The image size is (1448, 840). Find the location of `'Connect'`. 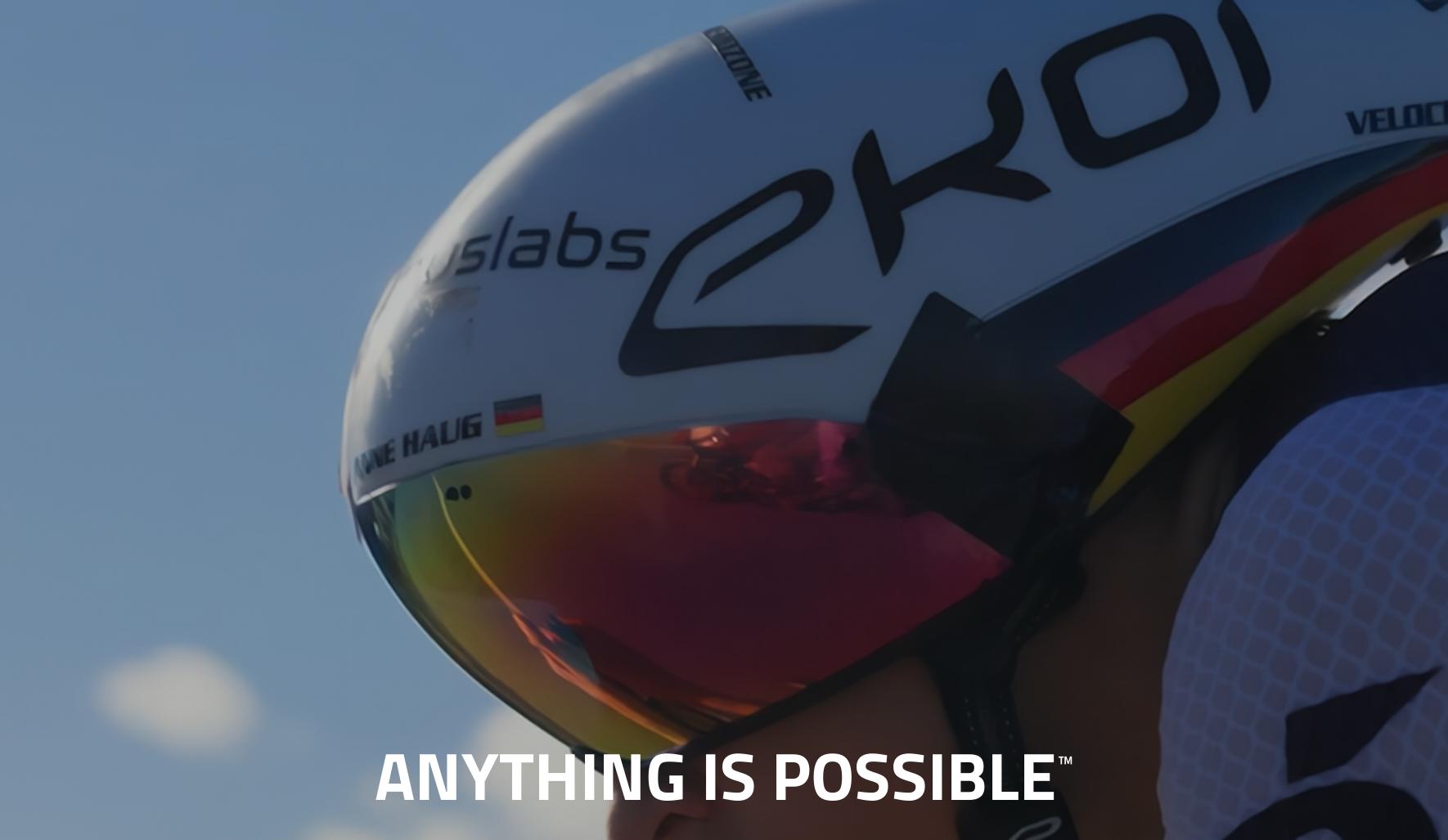

'Connect' is located at coordinates (914, 40).